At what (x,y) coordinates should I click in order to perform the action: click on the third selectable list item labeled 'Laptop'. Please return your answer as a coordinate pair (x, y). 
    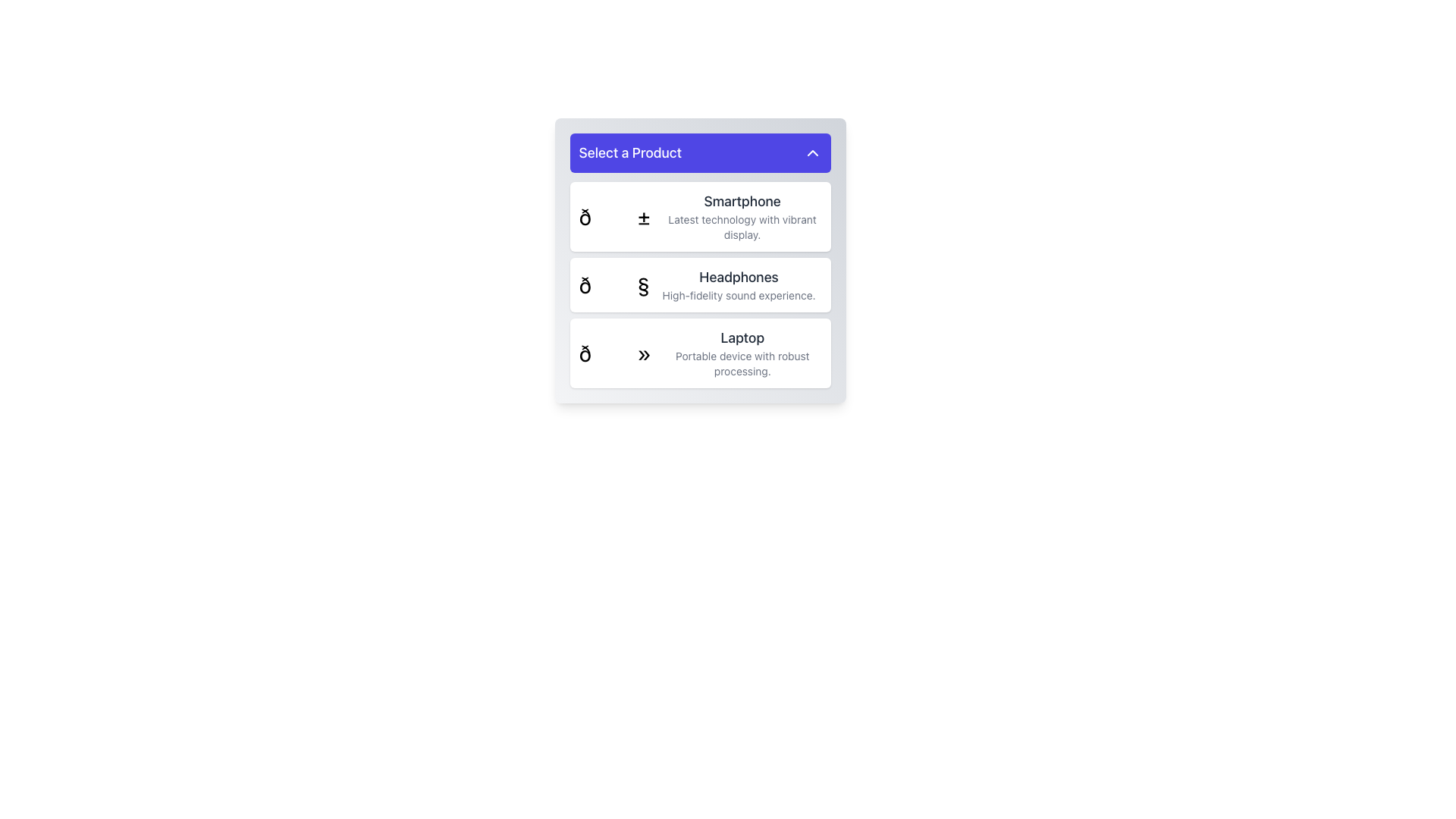
    Looking at the image, I should click on (699, 353).